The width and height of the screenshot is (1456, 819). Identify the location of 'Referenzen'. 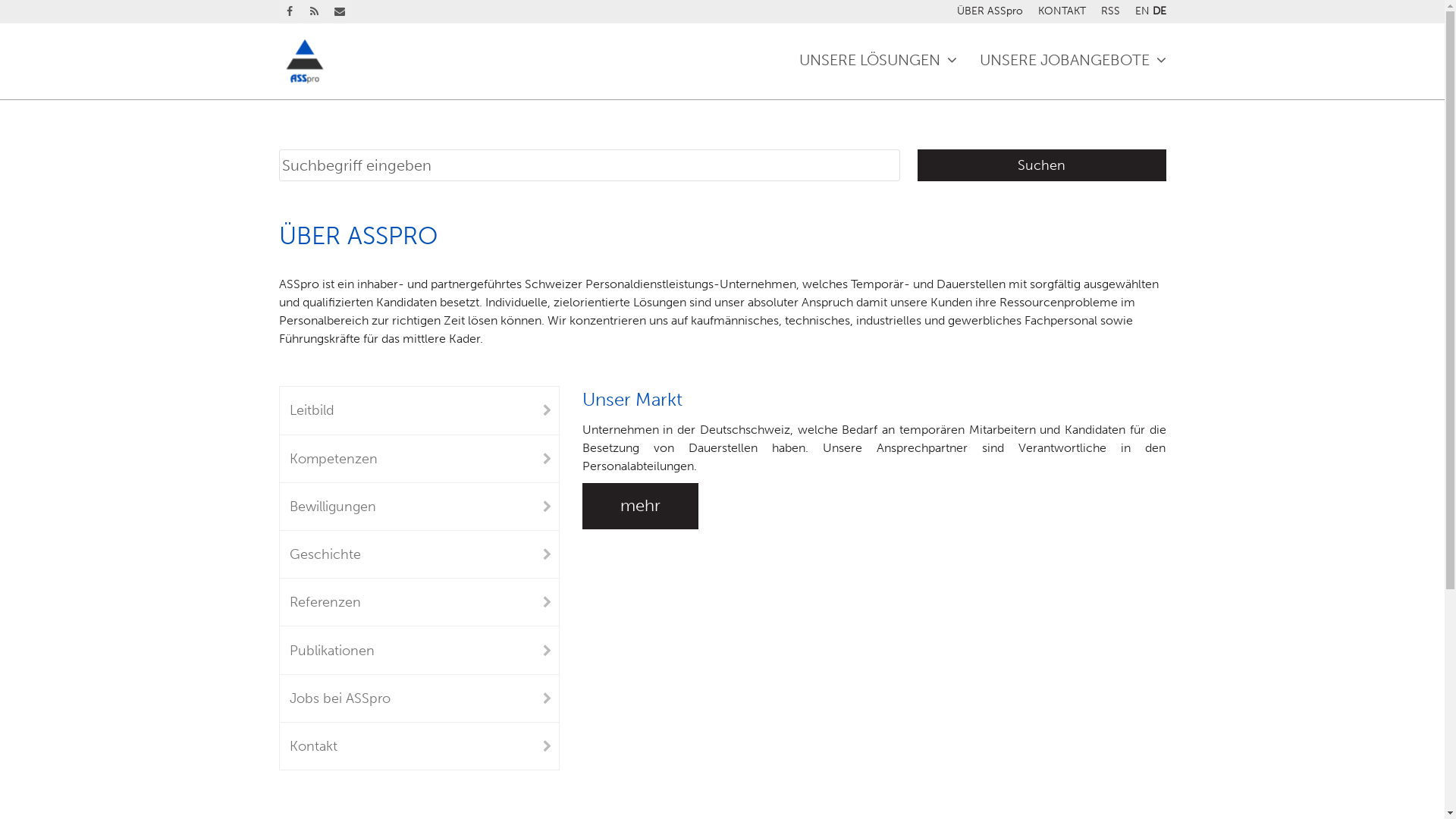
(419, 601).